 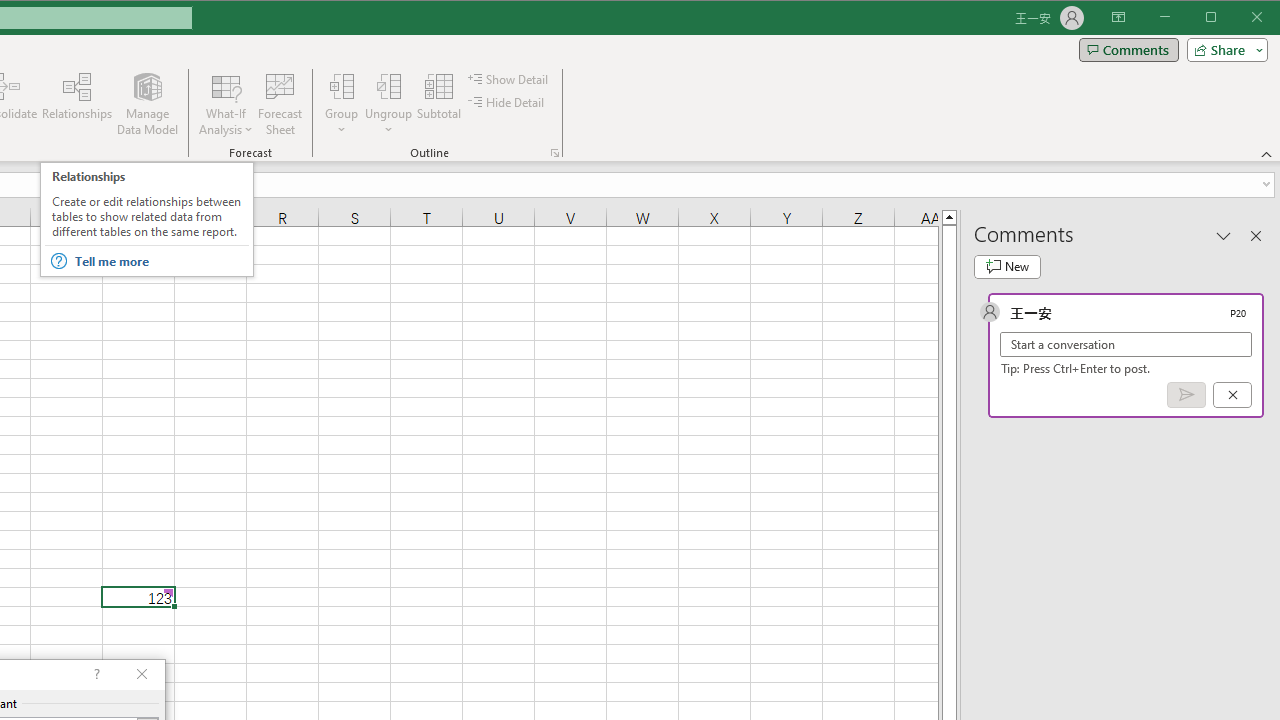 What do you see at coordinates (1186, 395) in the screenshot?
I see `'Post comment (Ctrl + Enter)'` at bounding box center [1186, 395].